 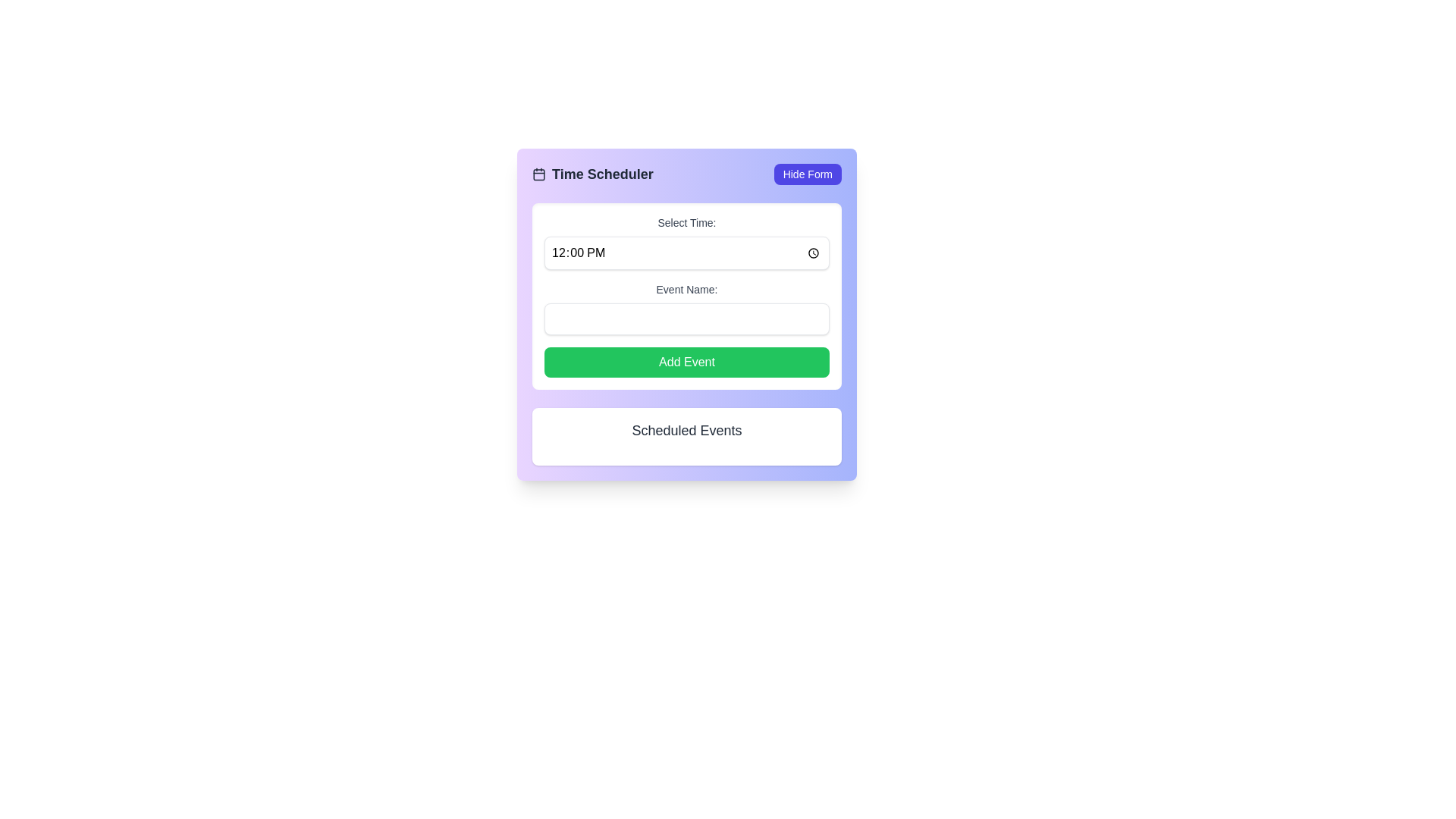 I want to click on the Text Display Box displaying 'Scheduled Events', which is located at the bottom of the 'Time Scheduler' section, below the 'Add Event' button, so click(x=686, y=436).